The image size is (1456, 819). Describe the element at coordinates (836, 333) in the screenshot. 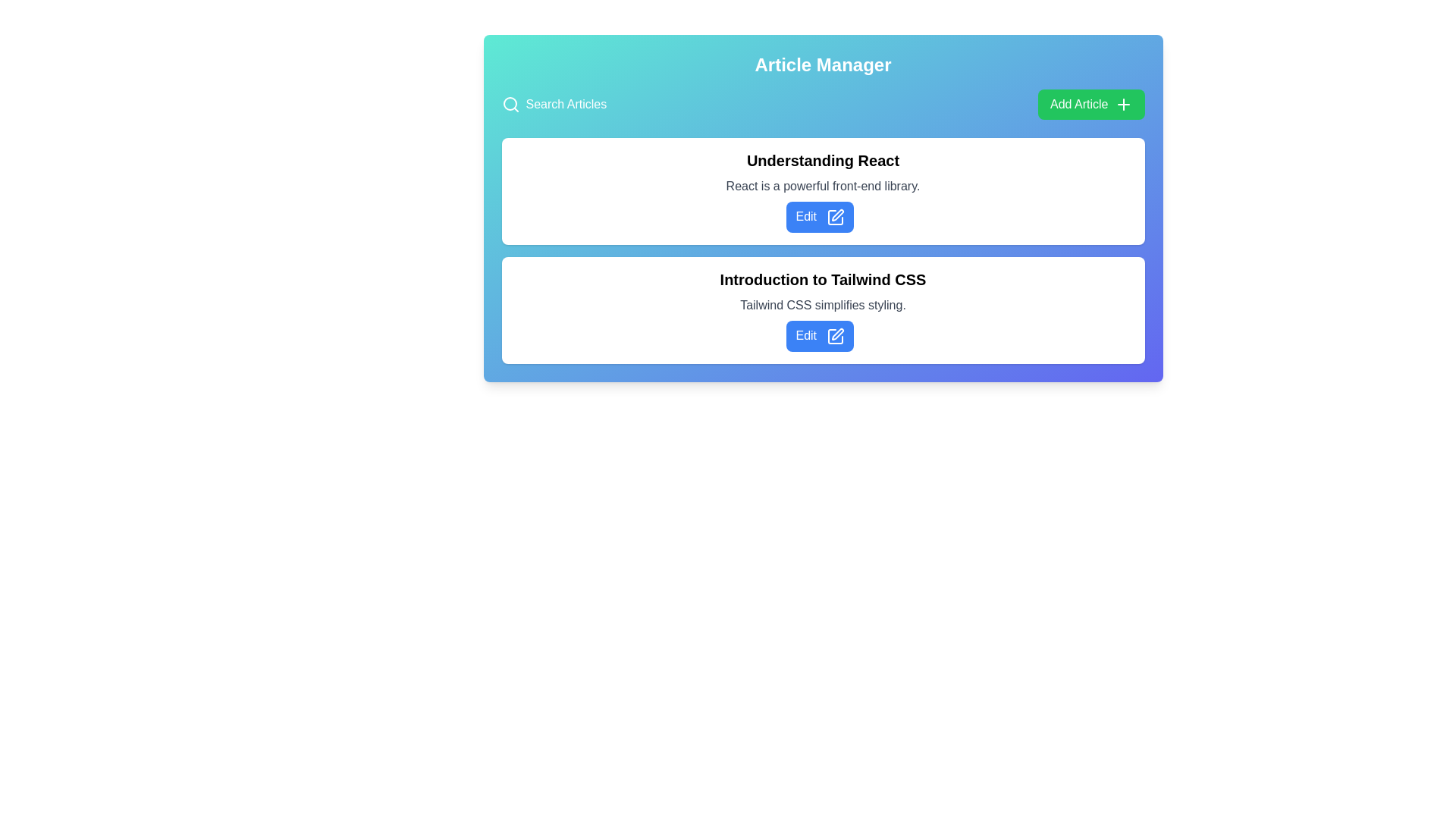

I see `the small pen-shaped icon representing an editing tool associated with the 'Edit' button under the article 'Introduction to Tailwind CSS' to initiate editing the corresponding article` at that location.